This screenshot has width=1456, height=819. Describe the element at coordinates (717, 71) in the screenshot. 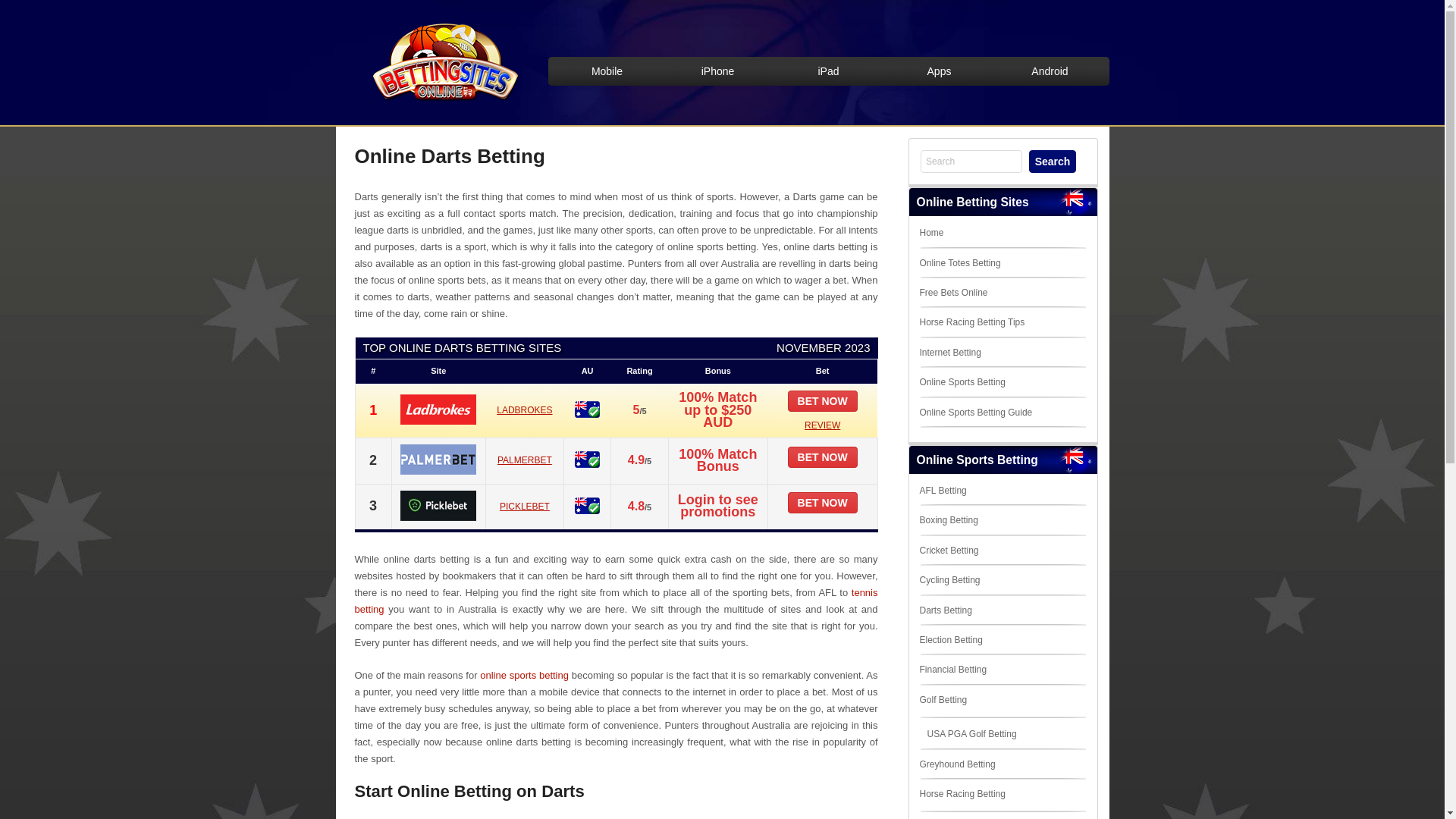

I see `'iPhone'` at that location.